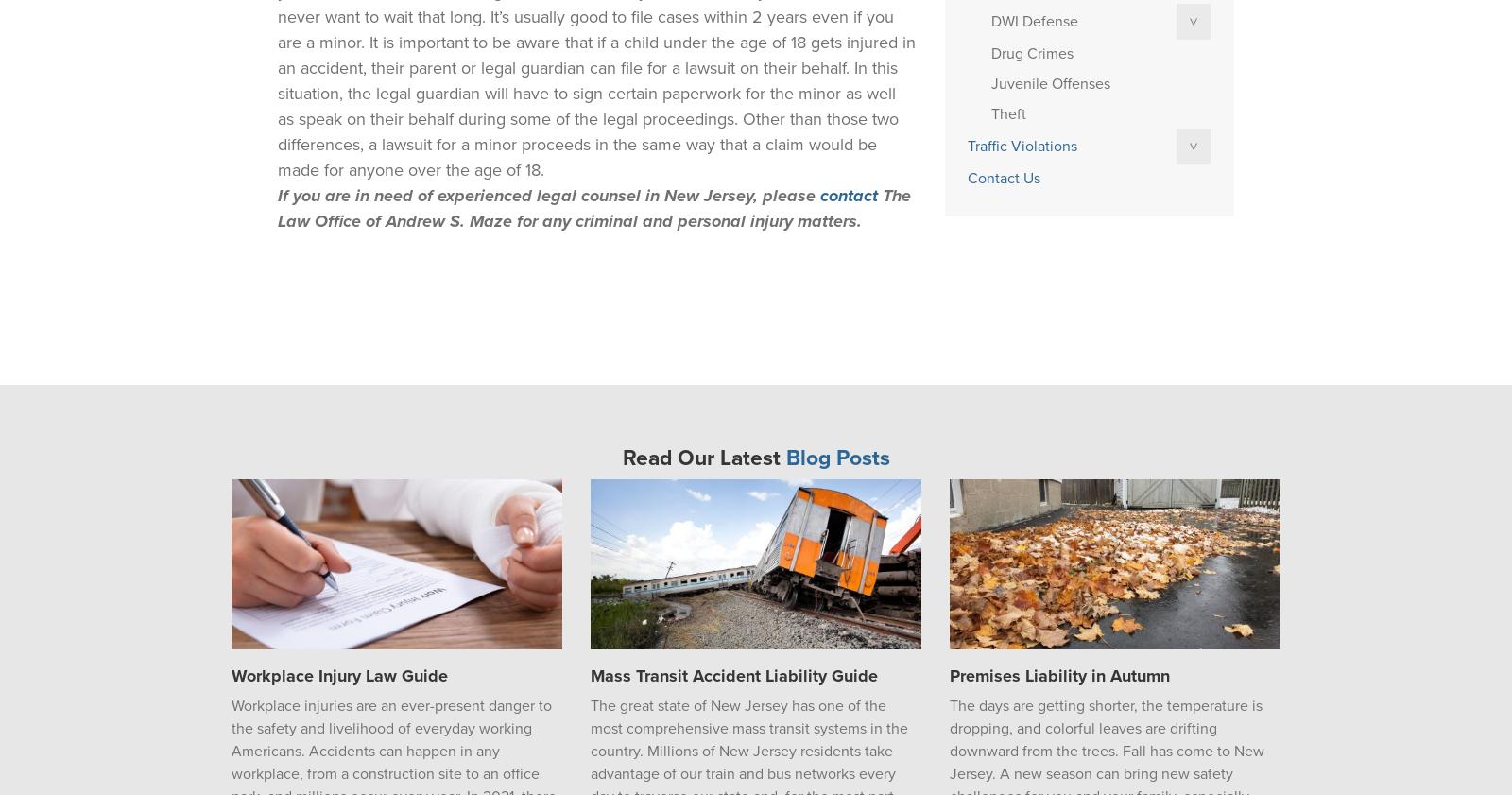 The height and width of the screenshot is (795, 1512). What do you see at coordinates (949, 676) in the screenshot?
I see `'Premises Liability in Autumn'` at bounding box center [949, 676].